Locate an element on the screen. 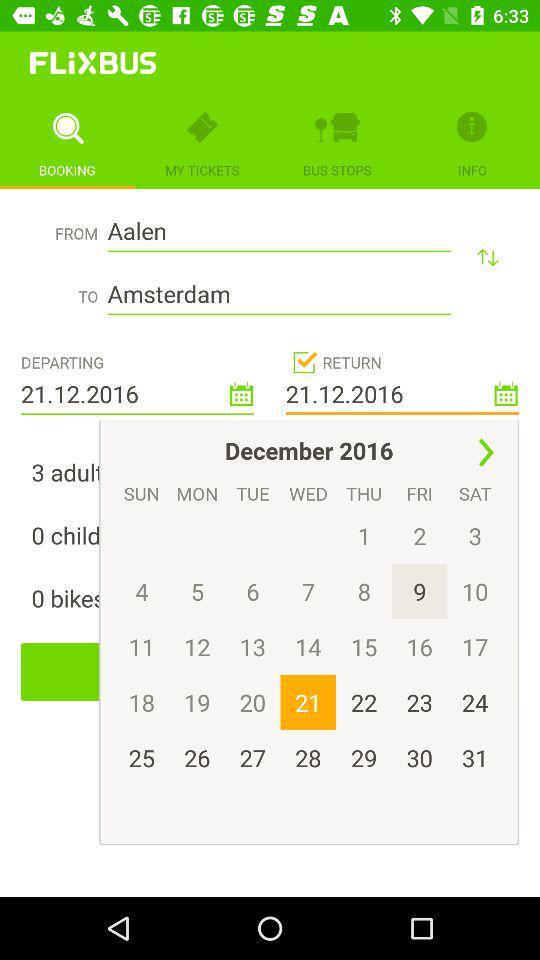 This screenshot has height=960, width=540. move to next month is located at coordinates (485, 453).